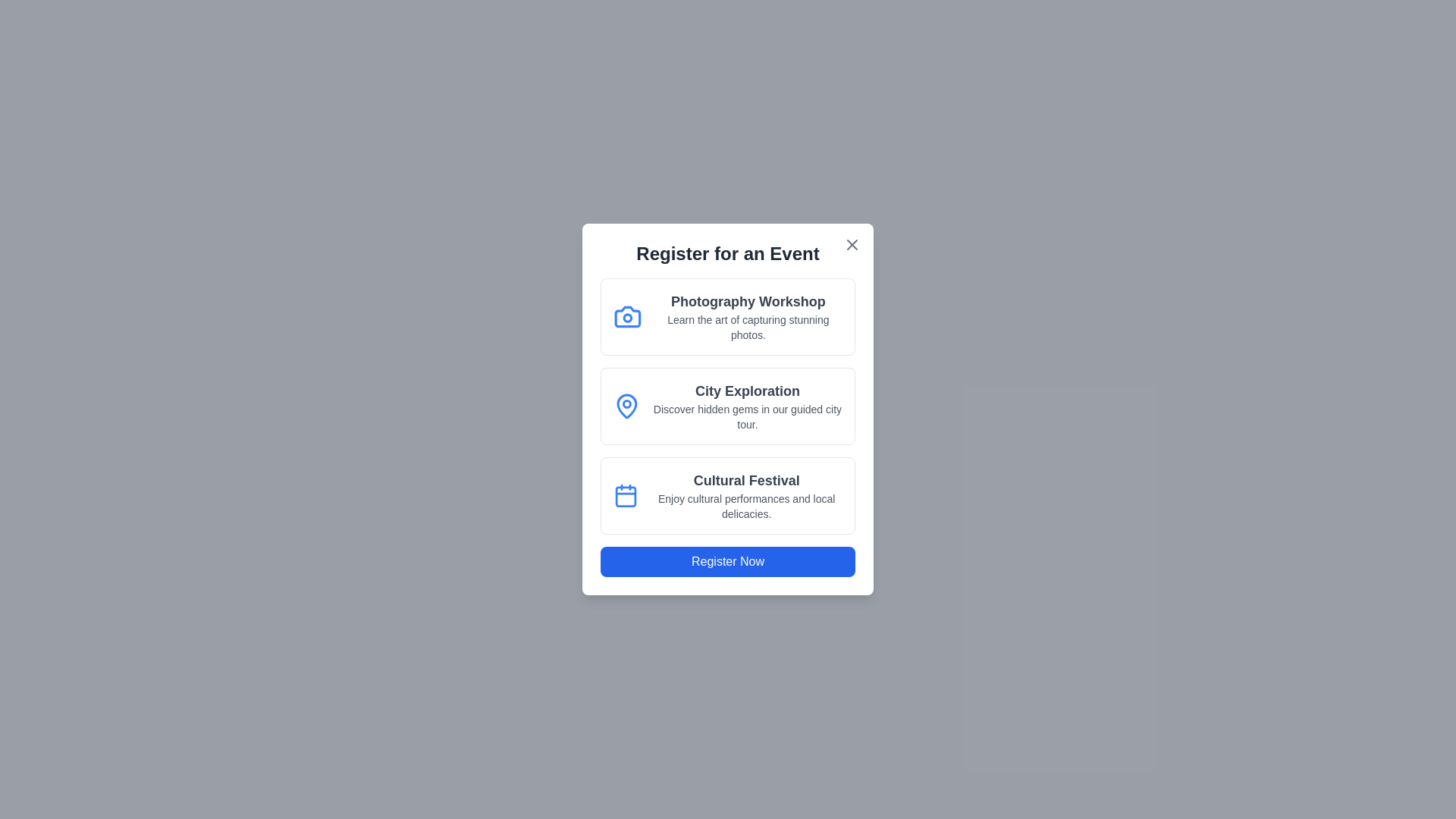 This screenshot has height=819, width=1456. What do you see at coordinates (728, 561) in the screenshot?
I see `'Register Now' button to register for an event` at bounding box center [728, 561].